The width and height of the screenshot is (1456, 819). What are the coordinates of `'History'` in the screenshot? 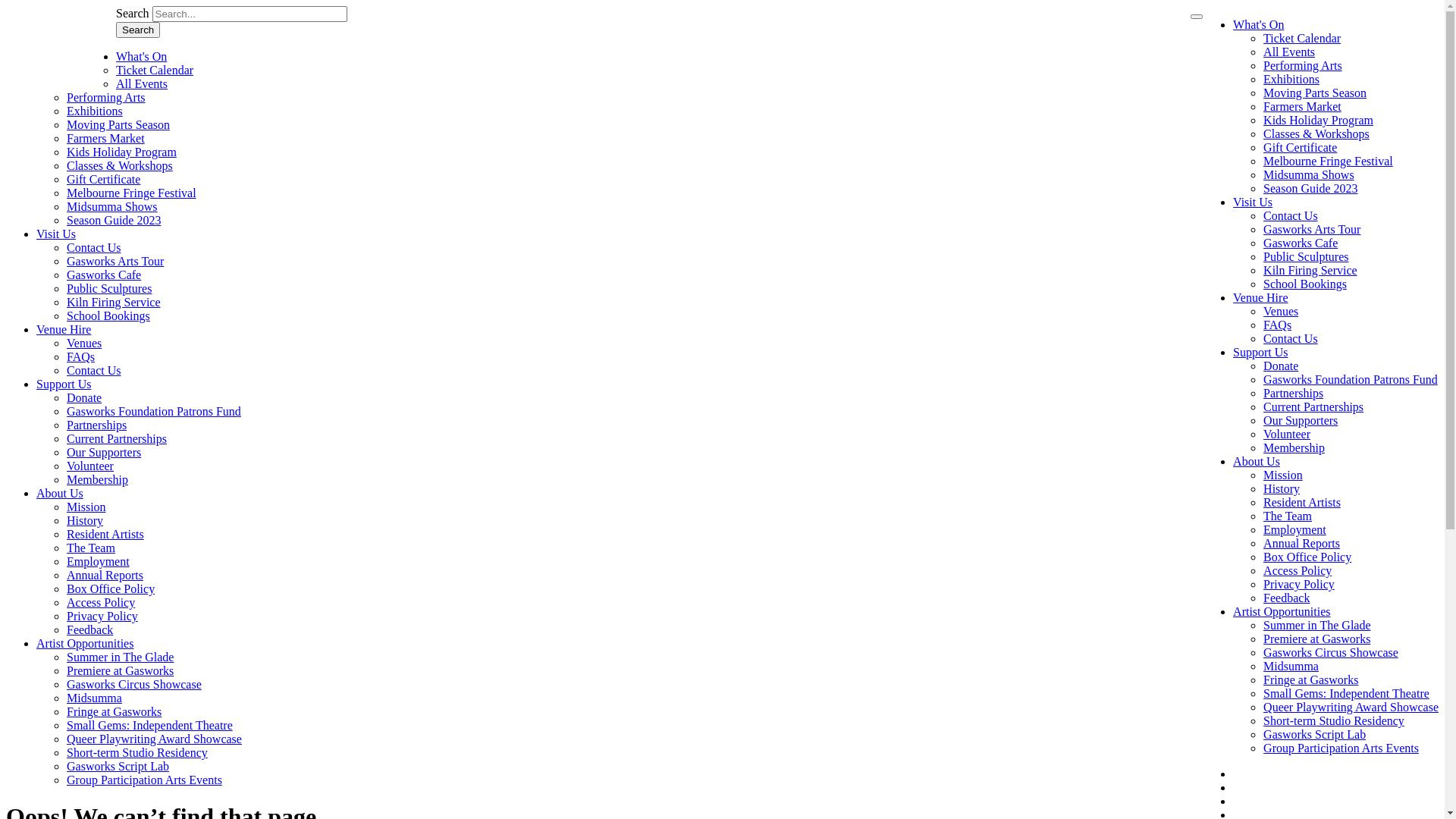 It's located at (83, 519).